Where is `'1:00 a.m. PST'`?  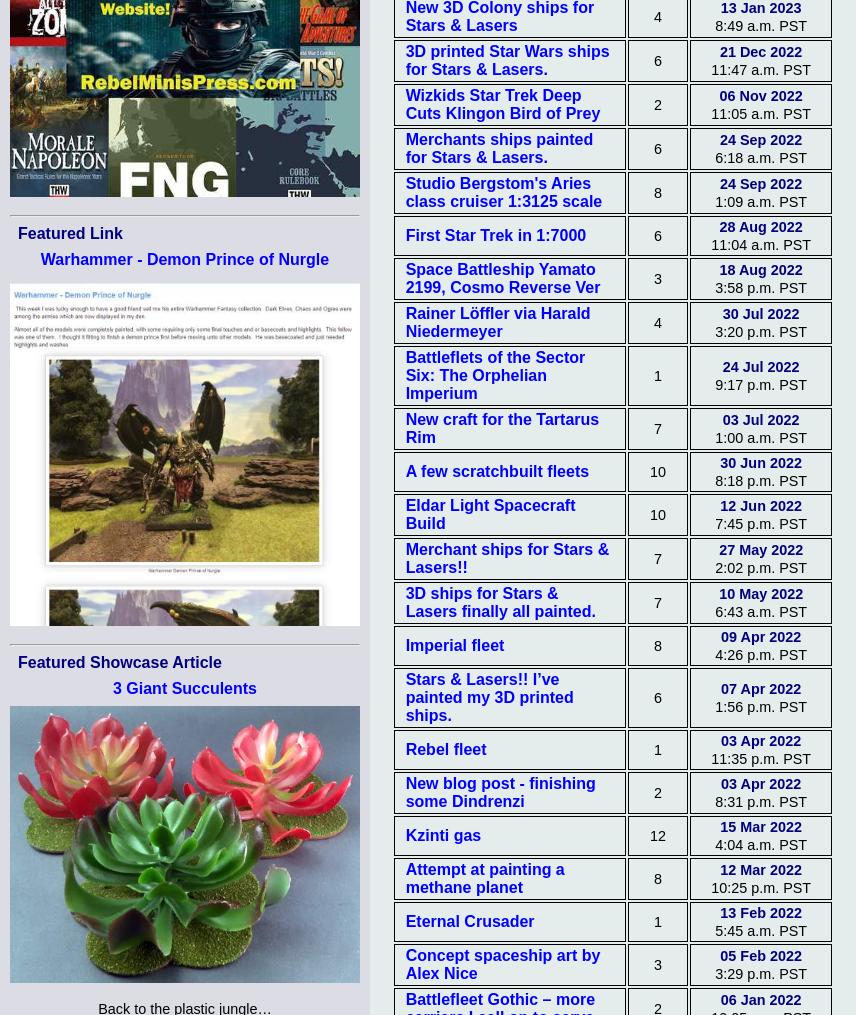 '1:00 a.m. PST' is located at coordinates (759, 436).